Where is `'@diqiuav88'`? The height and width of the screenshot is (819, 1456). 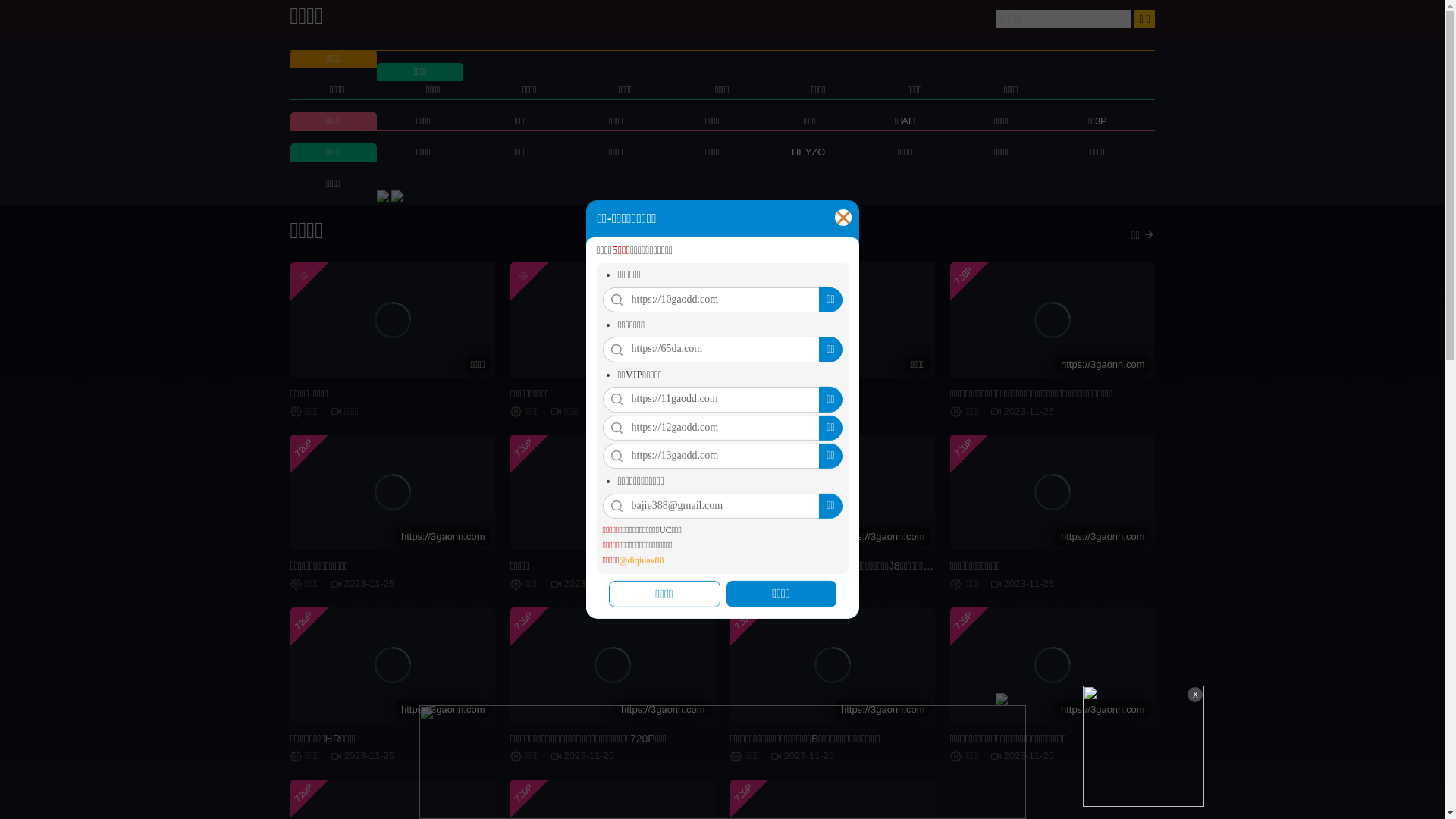
'@diqiuav88' is located at coordinates (641, 560).